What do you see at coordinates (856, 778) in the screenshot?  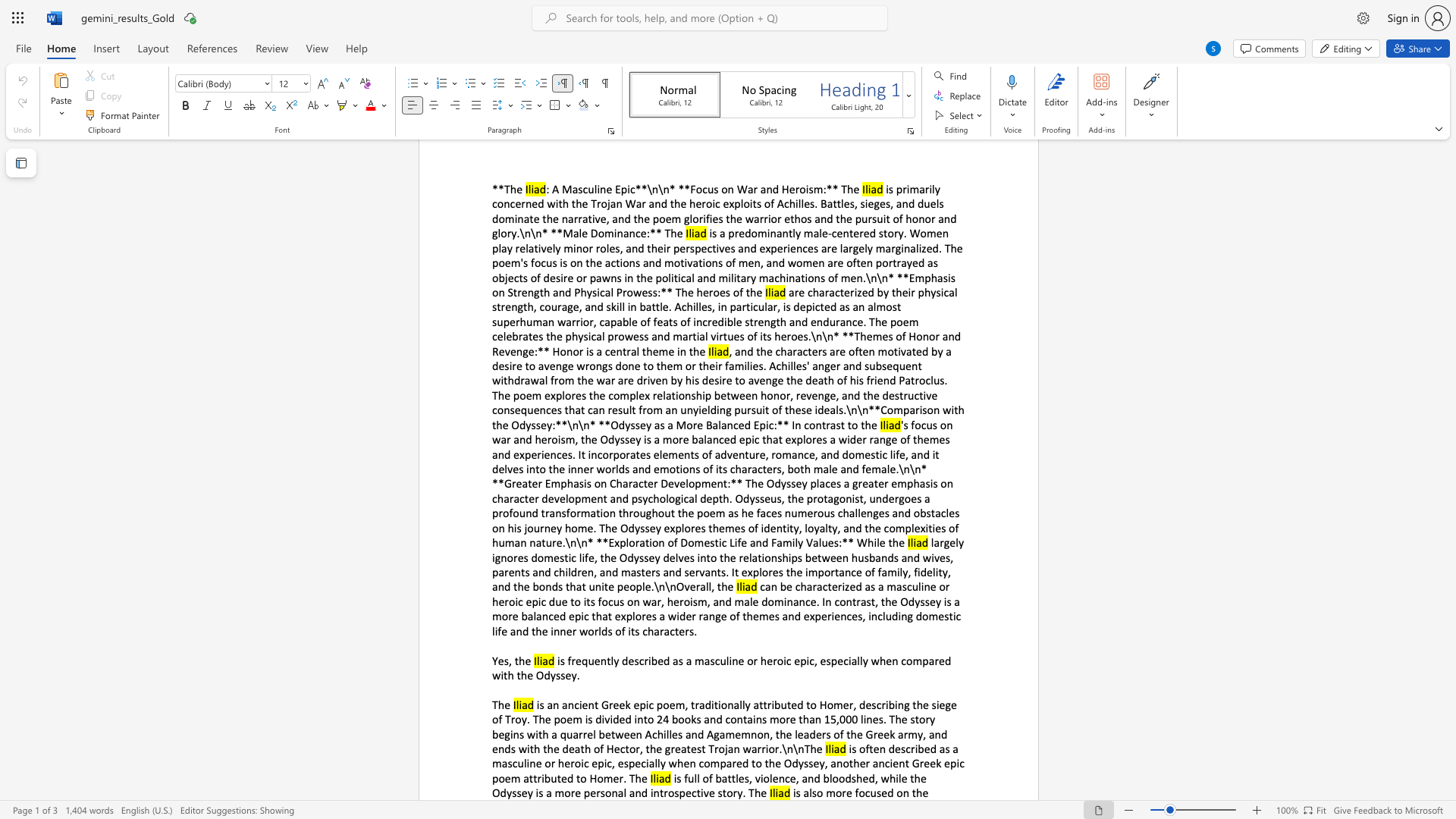 I see `the subset text "hed, while the Od" within the text "battles, violence, and bloodshed, while the Odyssey is a more personal and introspective story. The"` at bounding box center [856, 778].